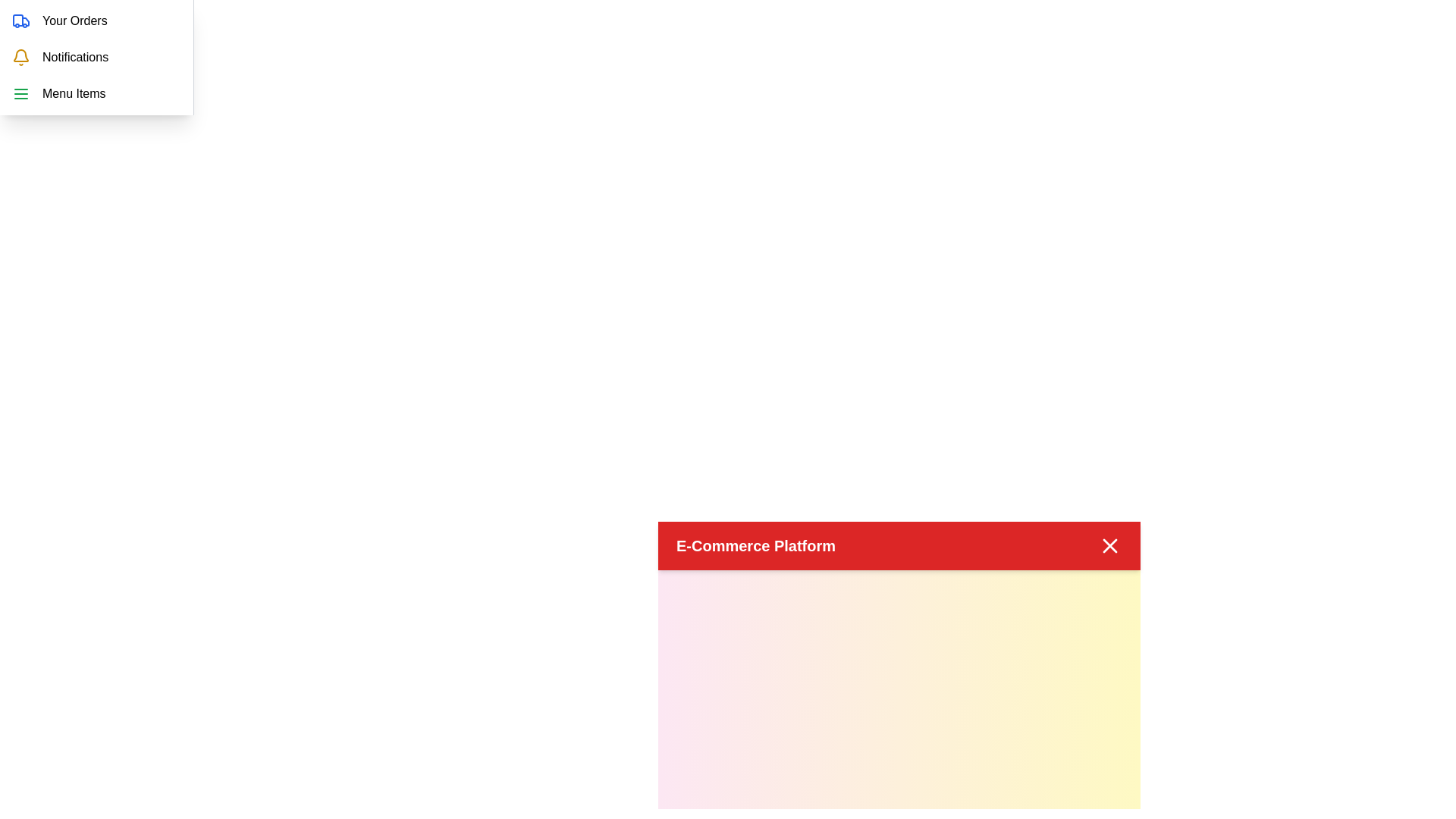  I want to click on the 'Your Orders' menu item, so click(96, 20).